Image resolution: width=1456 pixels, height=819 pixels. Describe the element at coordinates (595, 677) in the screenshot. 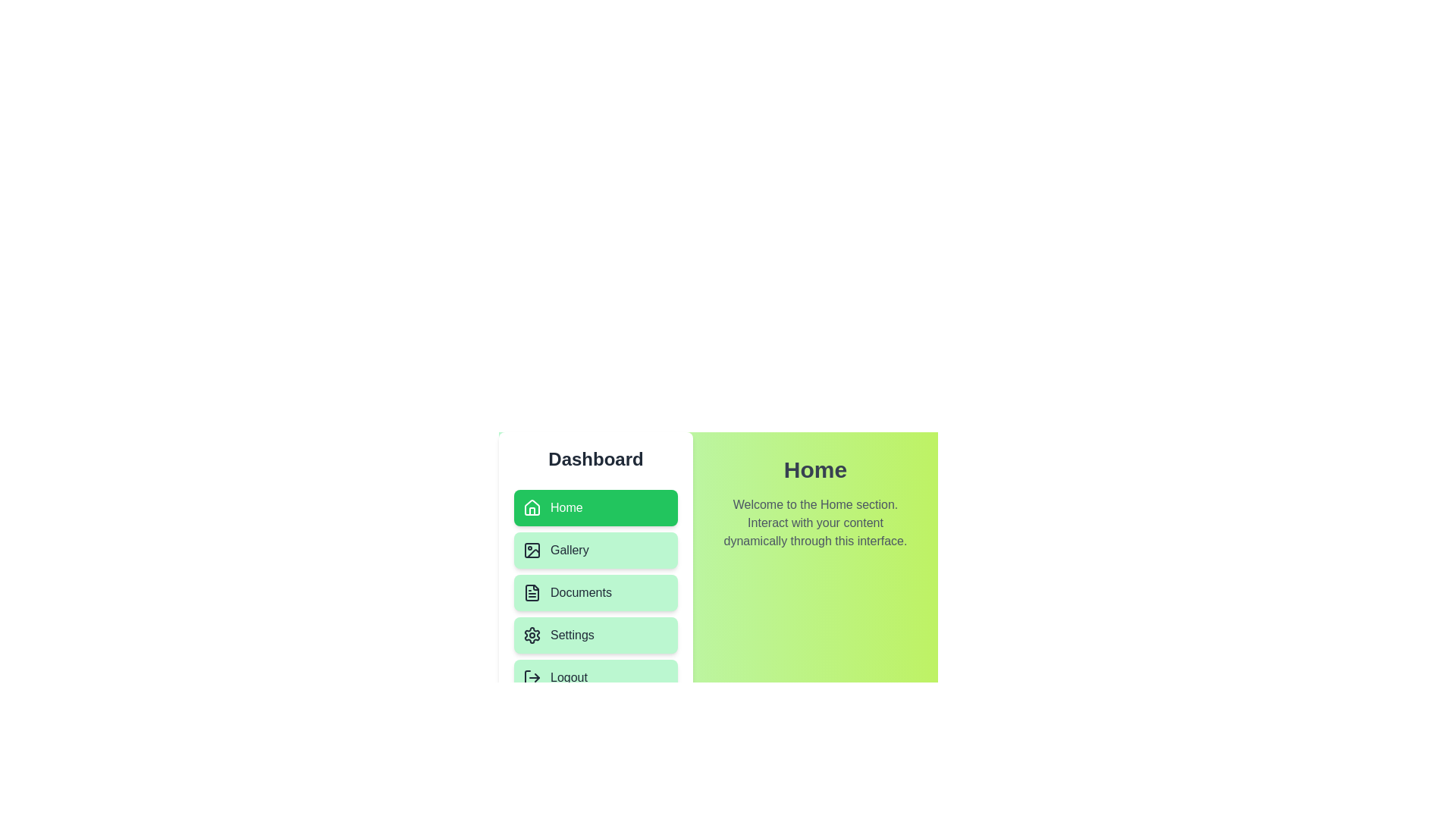

I see `the menu item corresponding to Logout` at that location.